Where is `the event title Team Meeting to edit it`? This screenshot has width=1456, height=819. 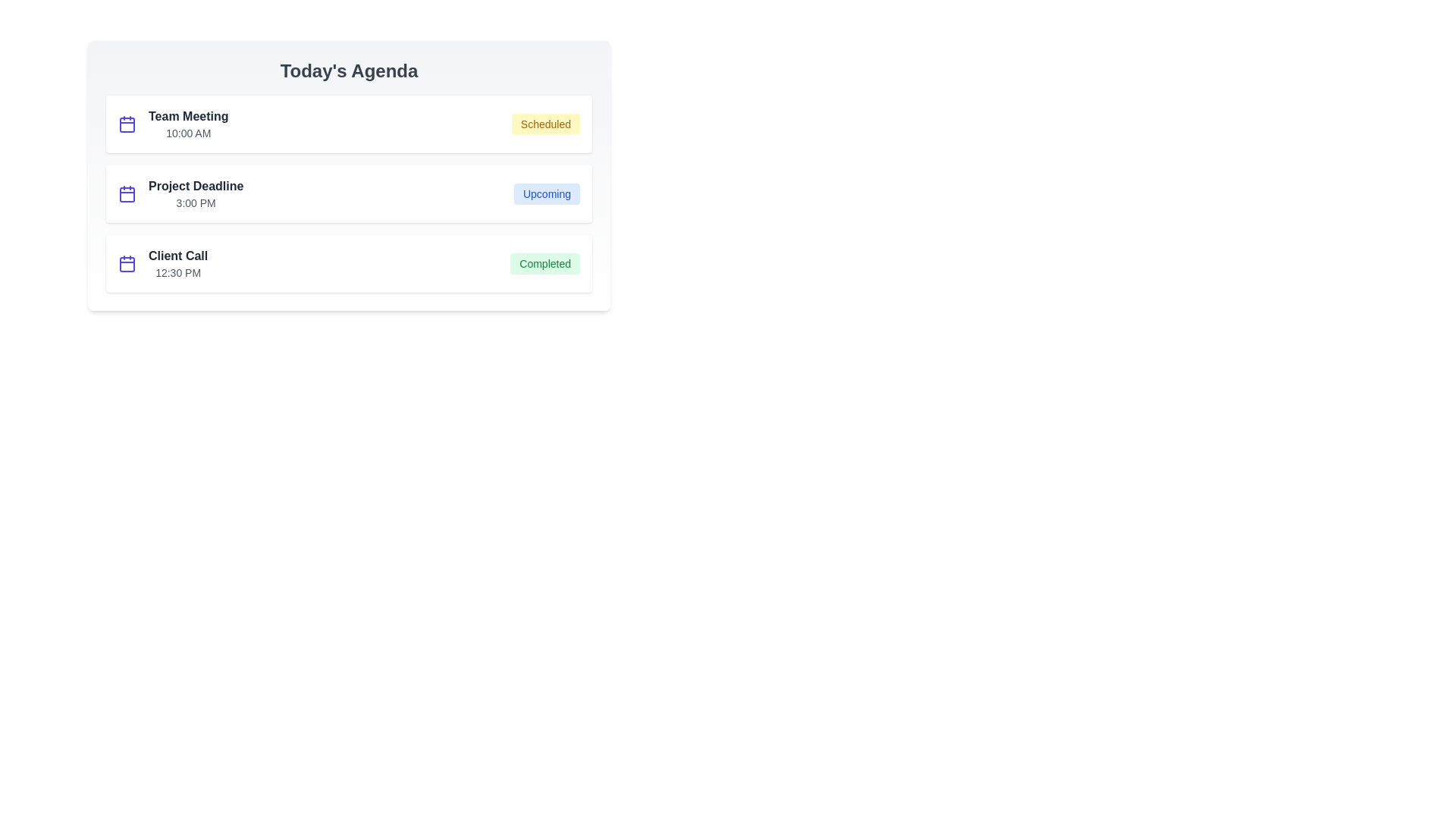
the event title Team Meeting to edit it is located at coordinates (187, 116).